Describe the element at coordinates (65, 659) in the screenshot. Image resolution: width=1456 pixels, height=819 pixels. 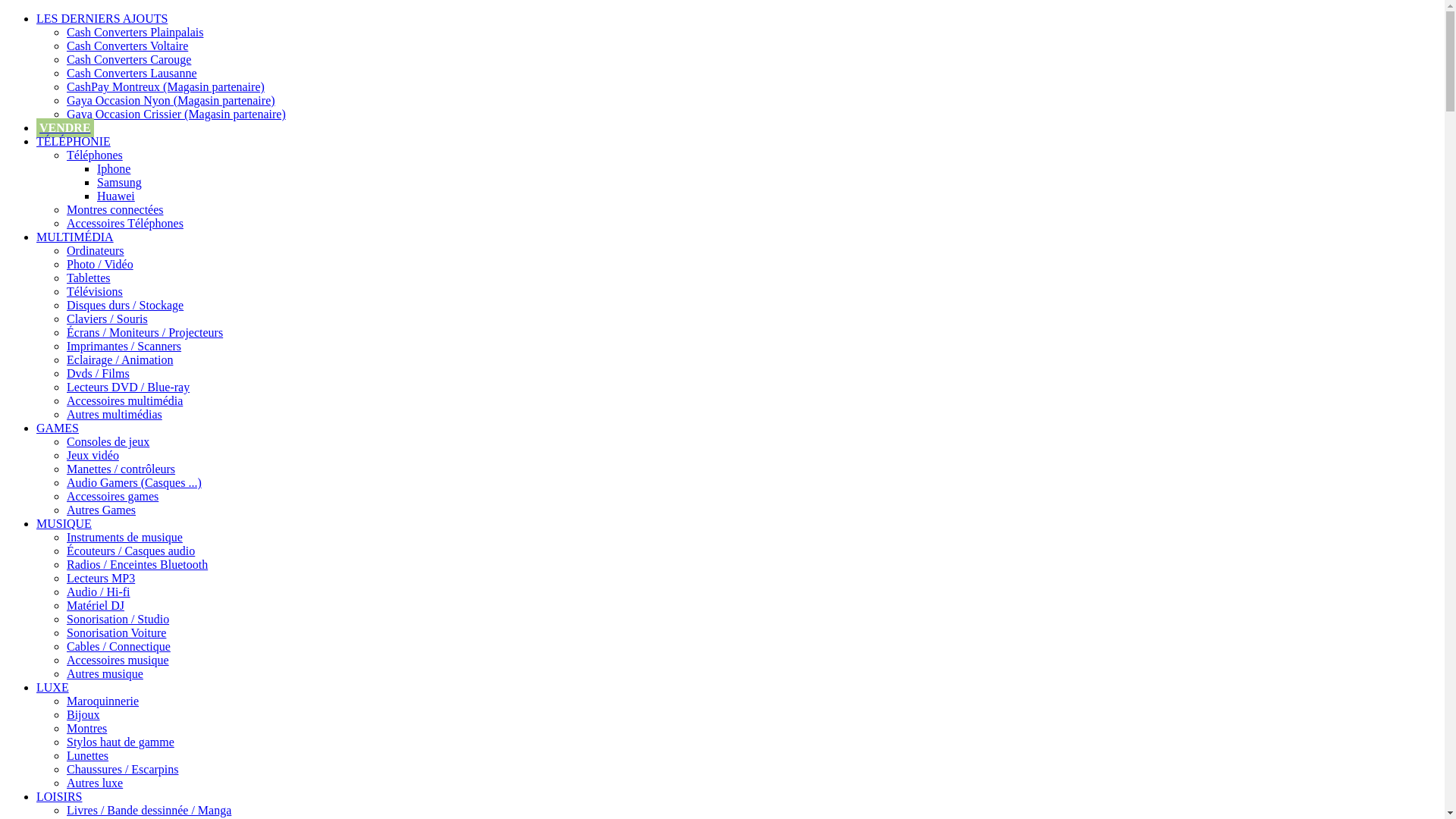
I see `'Accessoires musique'` at that location.